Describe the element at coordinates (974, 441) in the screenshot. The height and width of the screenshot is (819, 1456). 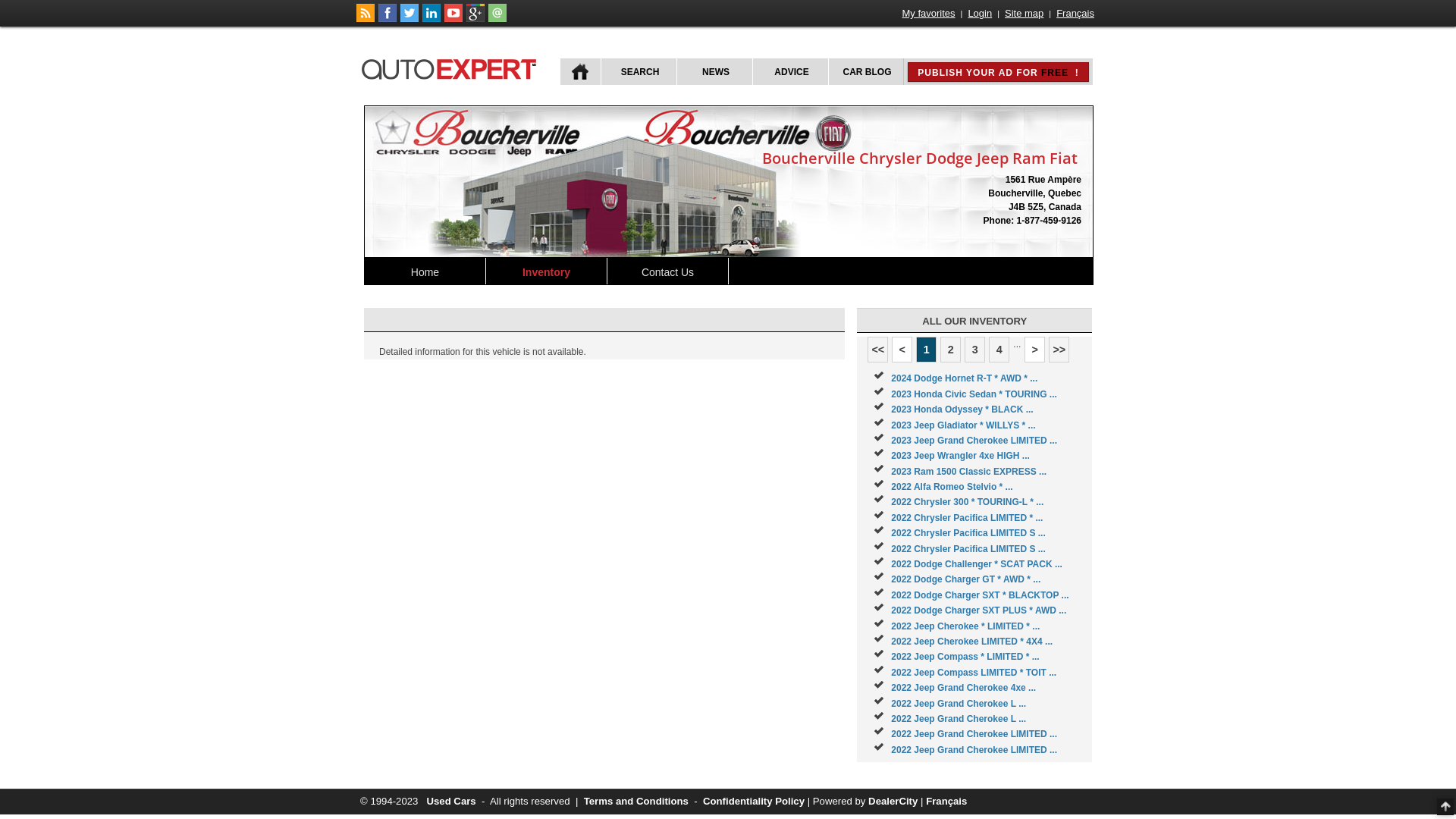
I see `'2023 Jeep Grand Cherokee LIMITED ...'` at that location.